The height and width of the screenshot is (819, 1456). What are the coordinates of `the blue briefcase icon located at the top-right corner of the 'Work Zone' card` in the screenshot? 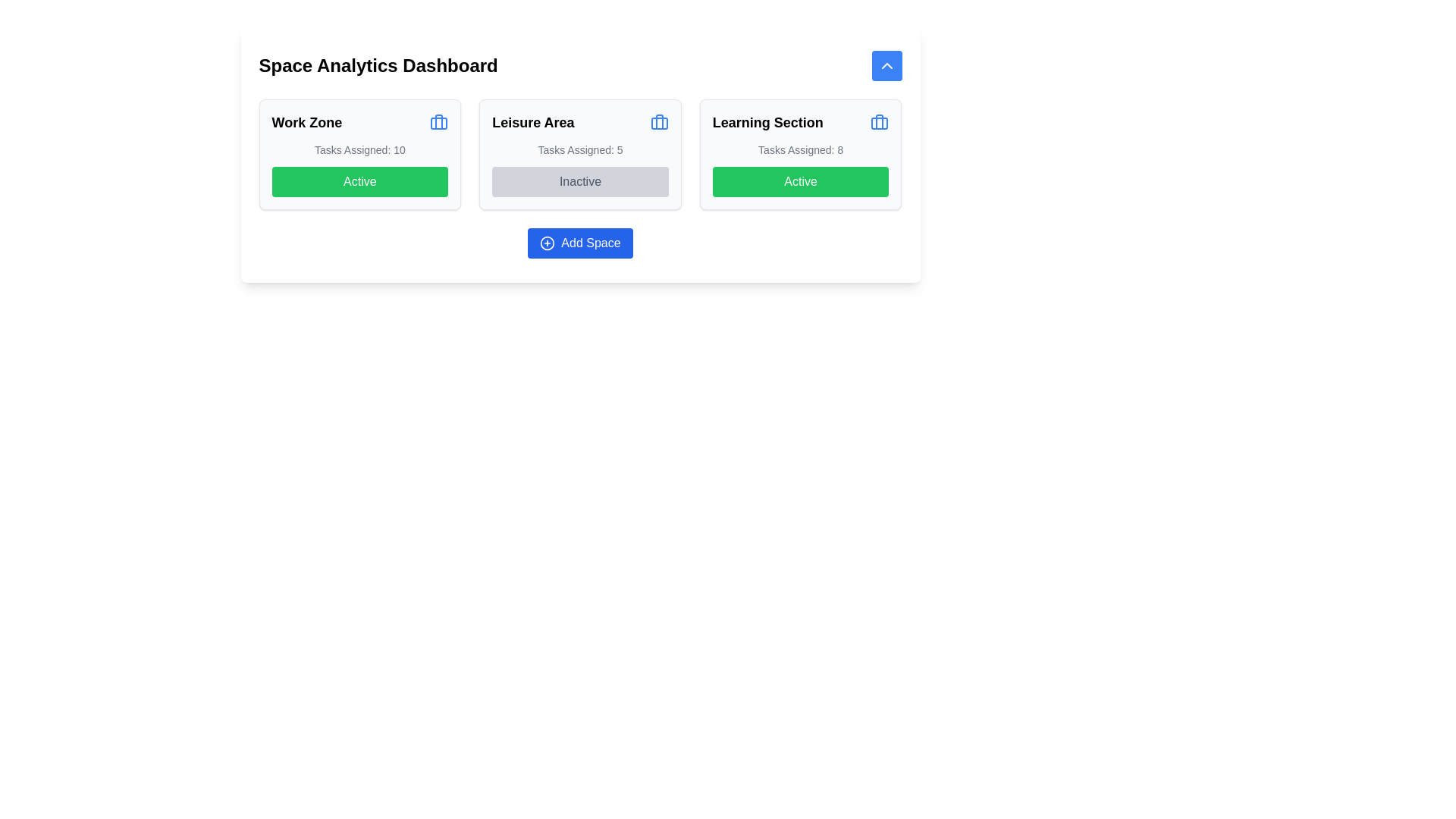 It's located at (438, 122).